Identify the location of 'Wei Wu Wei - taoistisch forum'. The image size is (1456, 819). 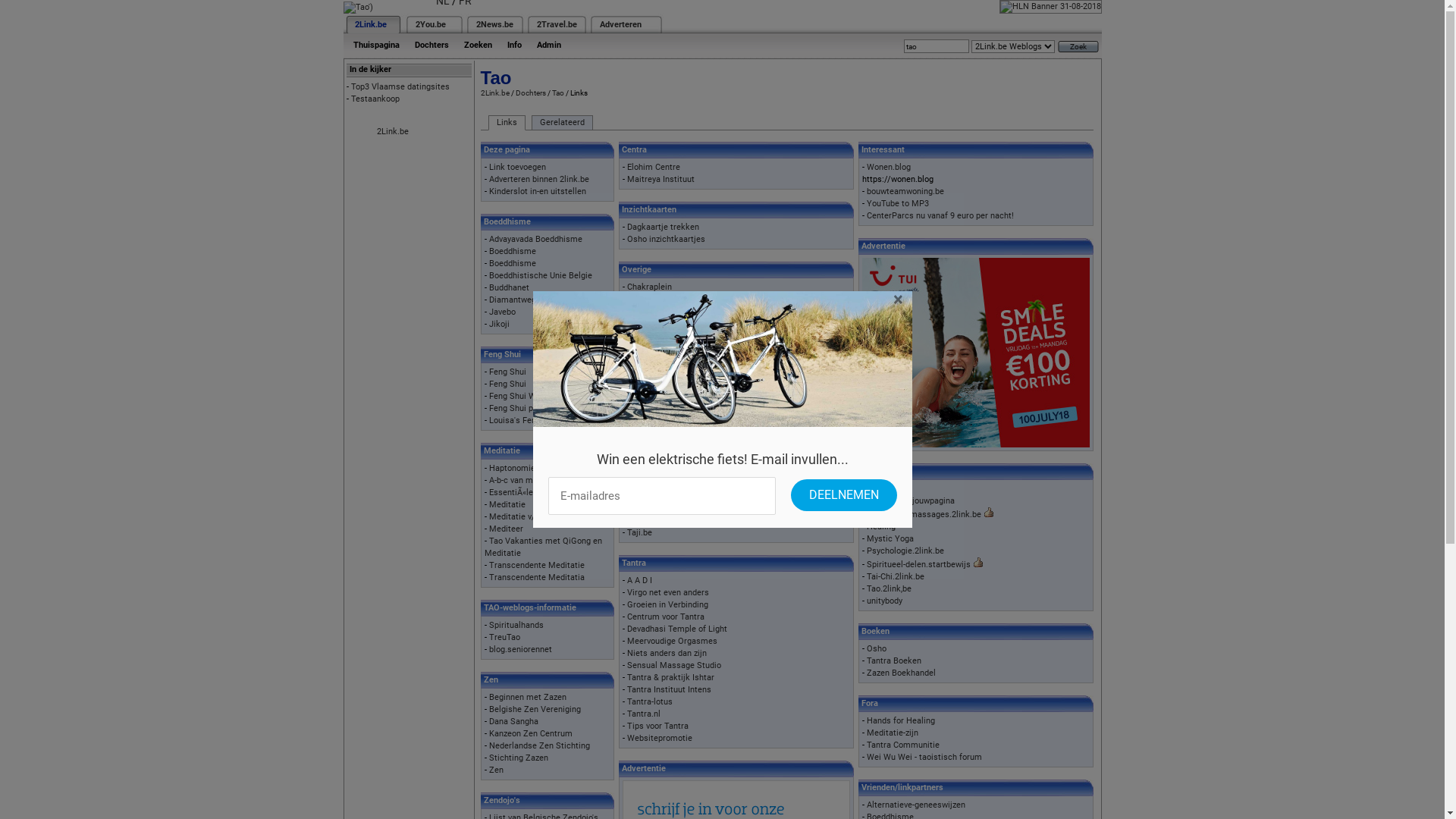
(923, 757).